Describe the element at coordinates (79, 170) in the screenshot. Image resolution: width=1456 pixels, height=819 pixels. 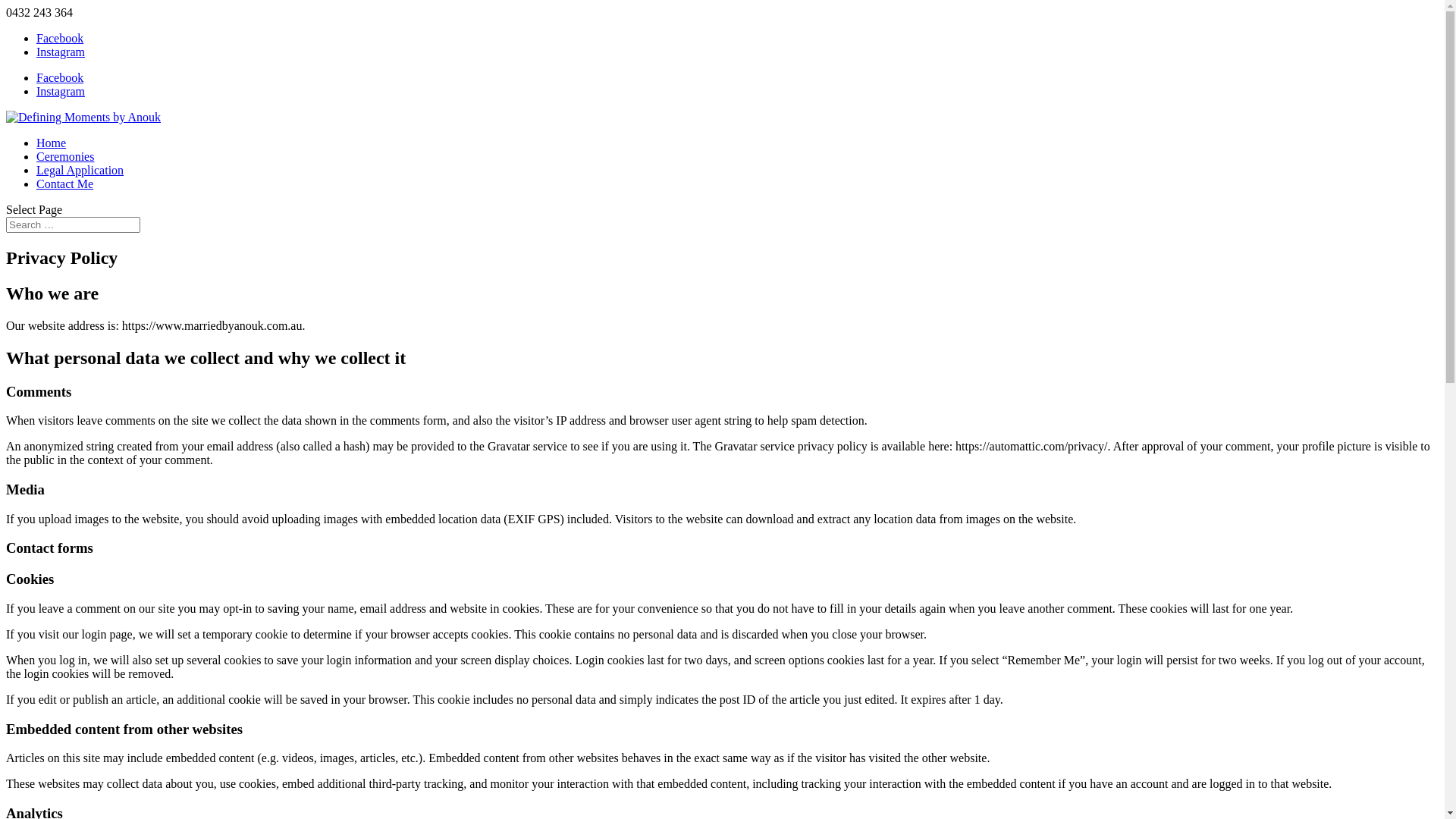
I see `'Legal Application'` at that location.